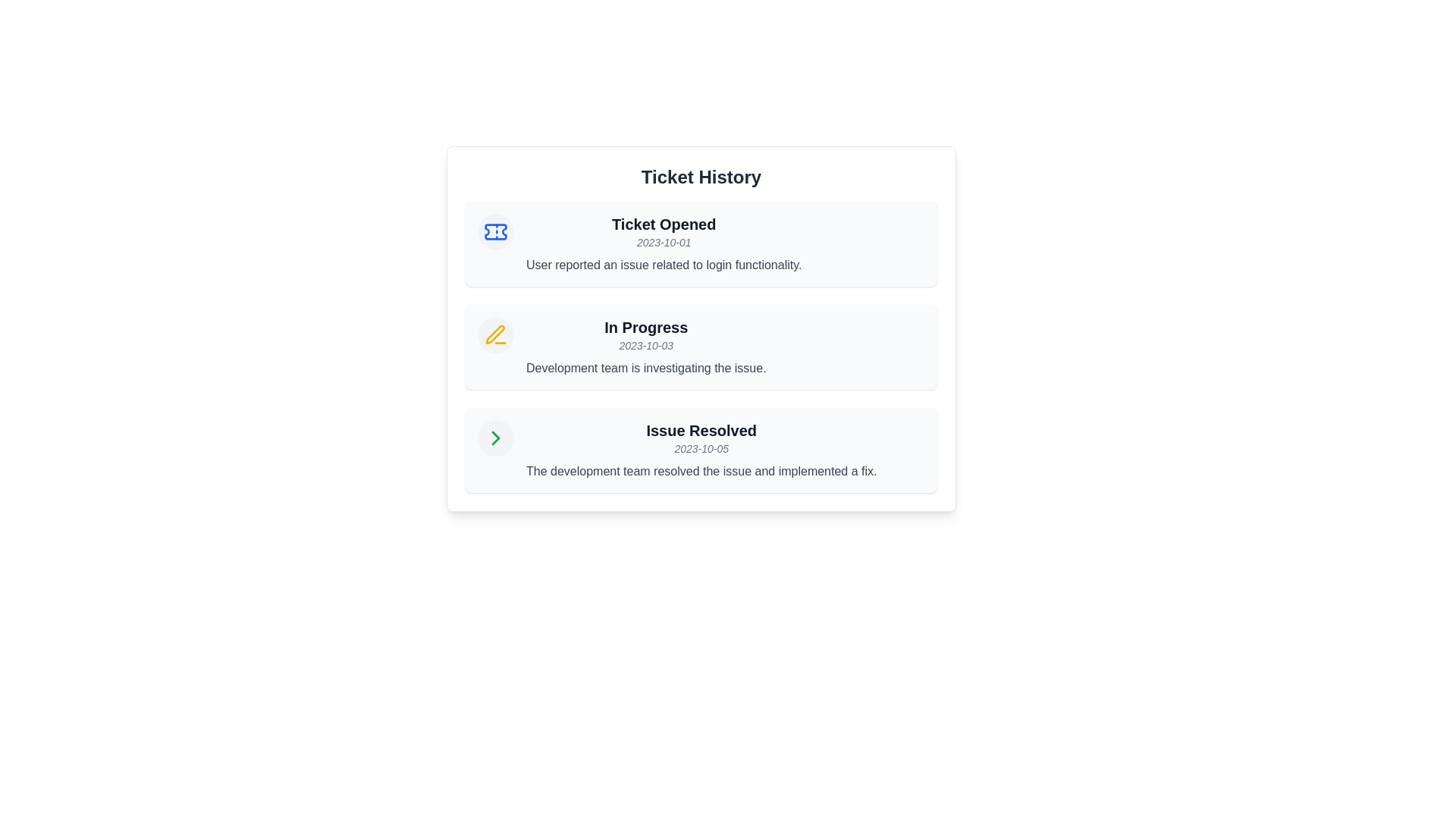 This screenshot has height=819, width=1456. What do you see at coordinates (495, 438) in the screenshot?
I see `the right-facing chevron arrow icon within the 'Issue Resolved' section of the ticket history display, which is rendered in green and indicates an active state` at bounding box center [495, 438].